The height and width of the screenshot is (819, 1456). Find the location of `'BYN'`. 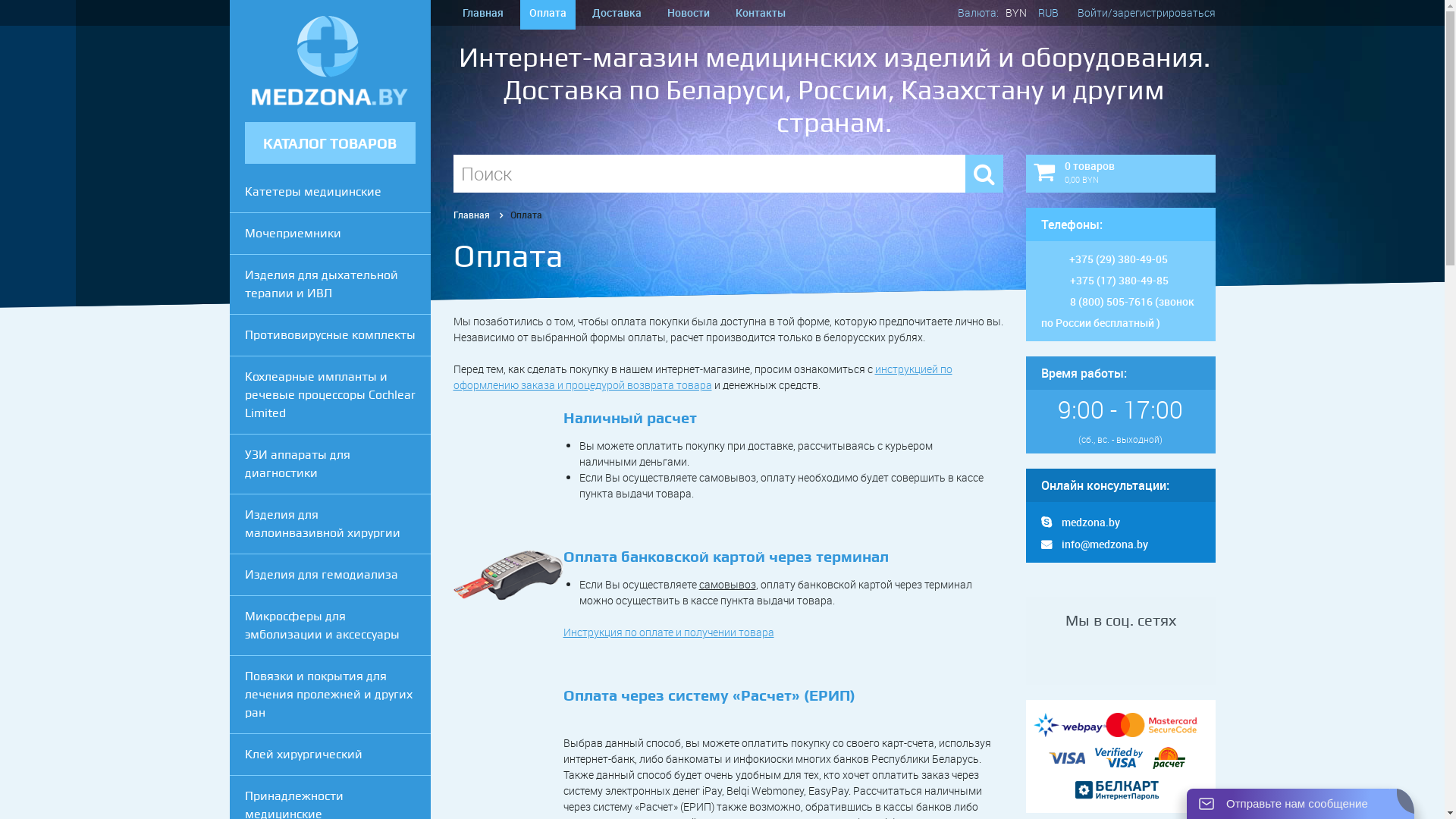

'BYN' is located at coordinates (1015, 12).